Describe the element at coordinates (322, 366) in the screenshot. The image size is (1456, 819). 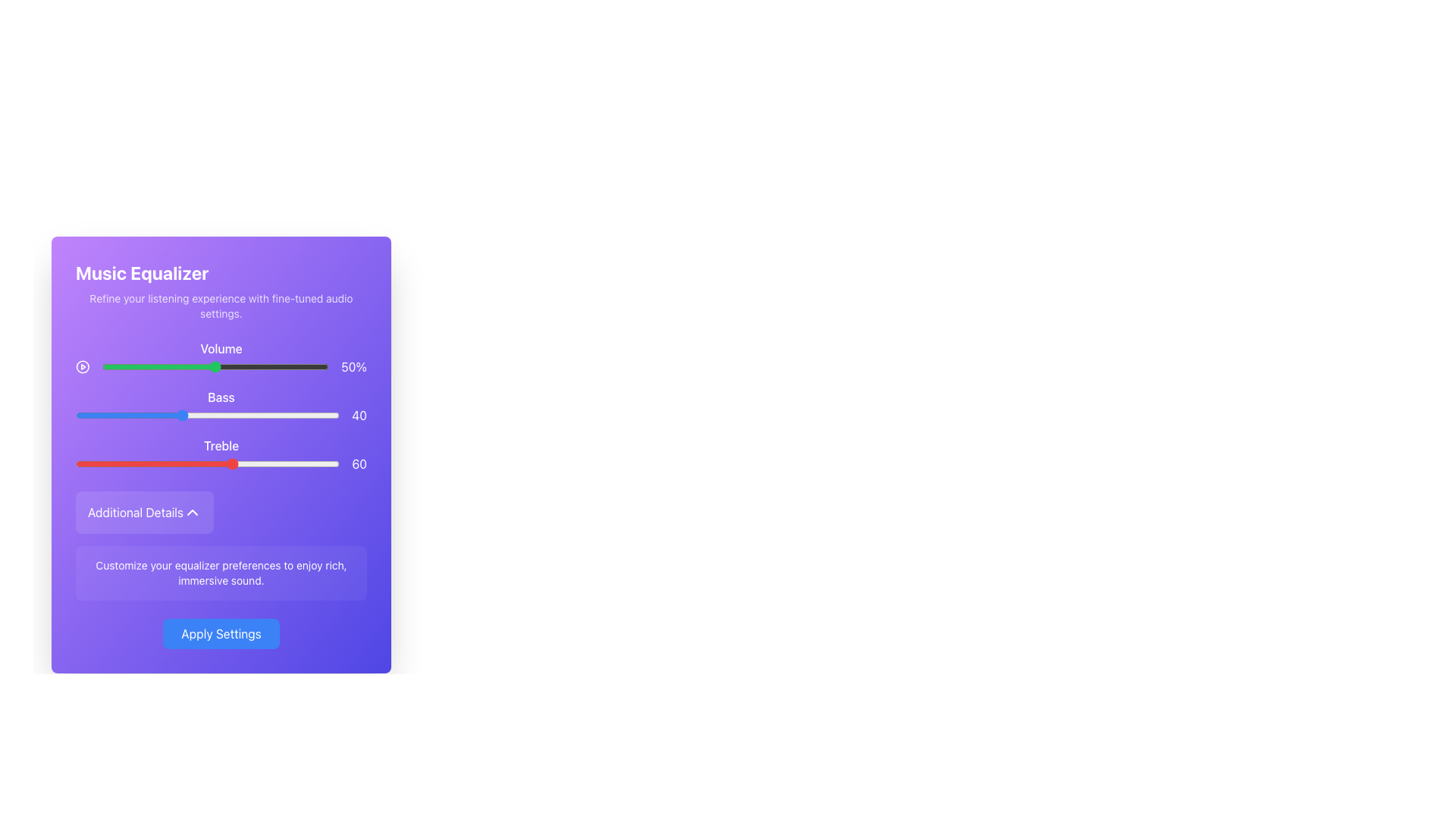
I see `the slider` at that location.